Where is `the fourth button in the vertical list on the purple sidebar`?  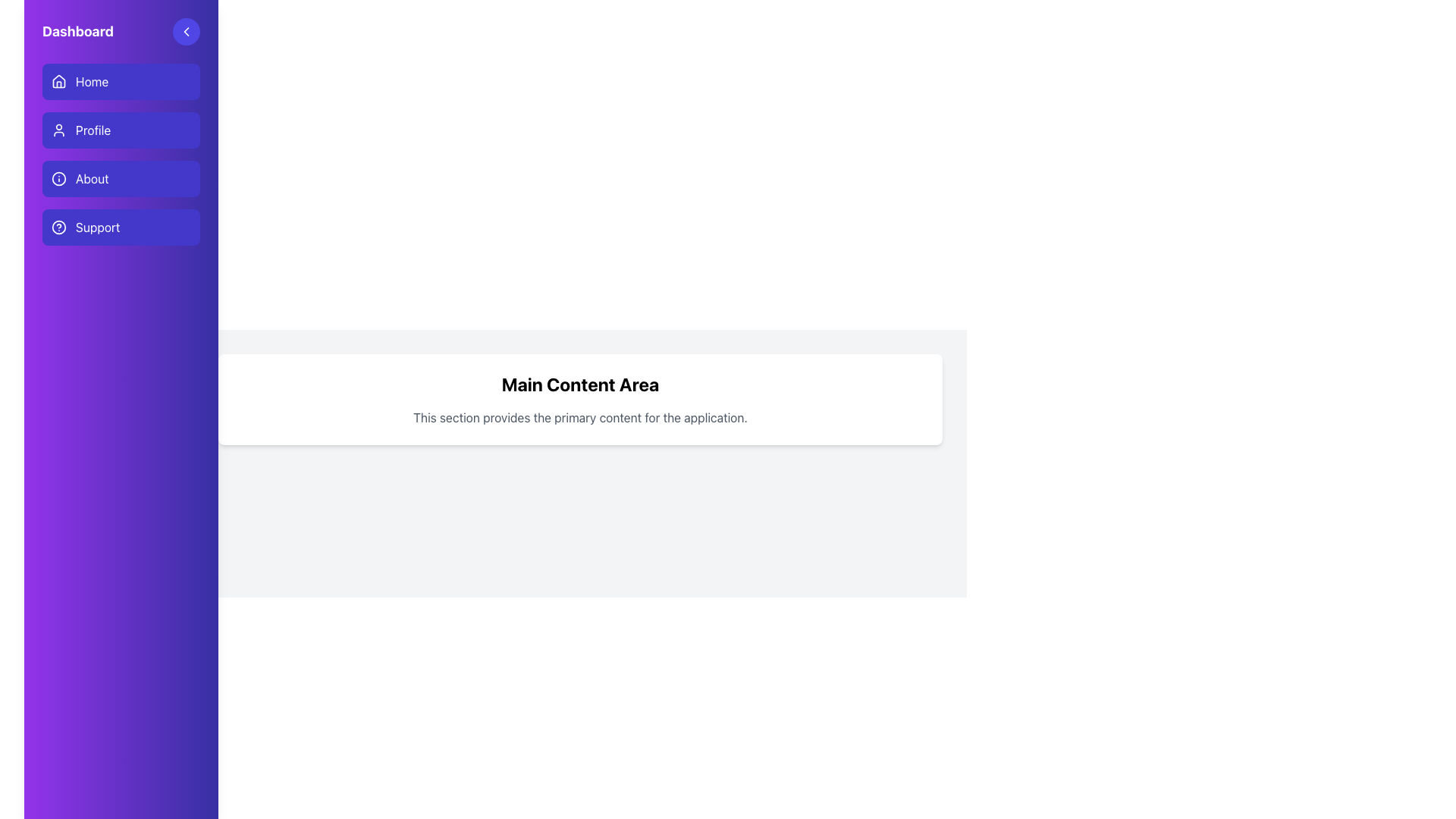 the fourth button in the vertical list on the purple sidebar is located at coordinates (120, 227).